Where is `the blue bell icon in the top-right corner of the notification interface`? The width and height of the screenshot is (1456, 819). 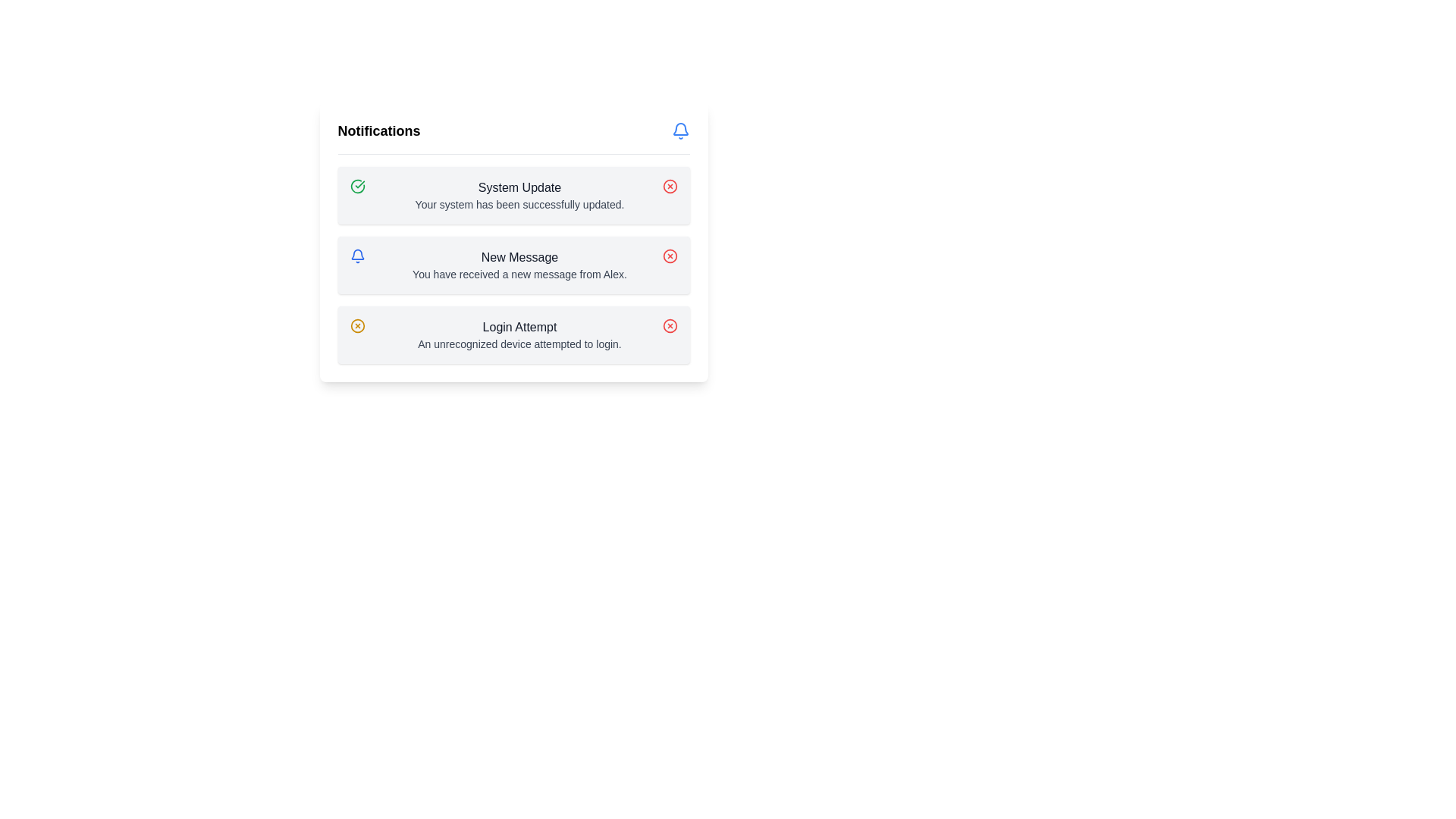
the blue bell icon in the top-right corner of the notification interface is located at coordinates (679, 128).